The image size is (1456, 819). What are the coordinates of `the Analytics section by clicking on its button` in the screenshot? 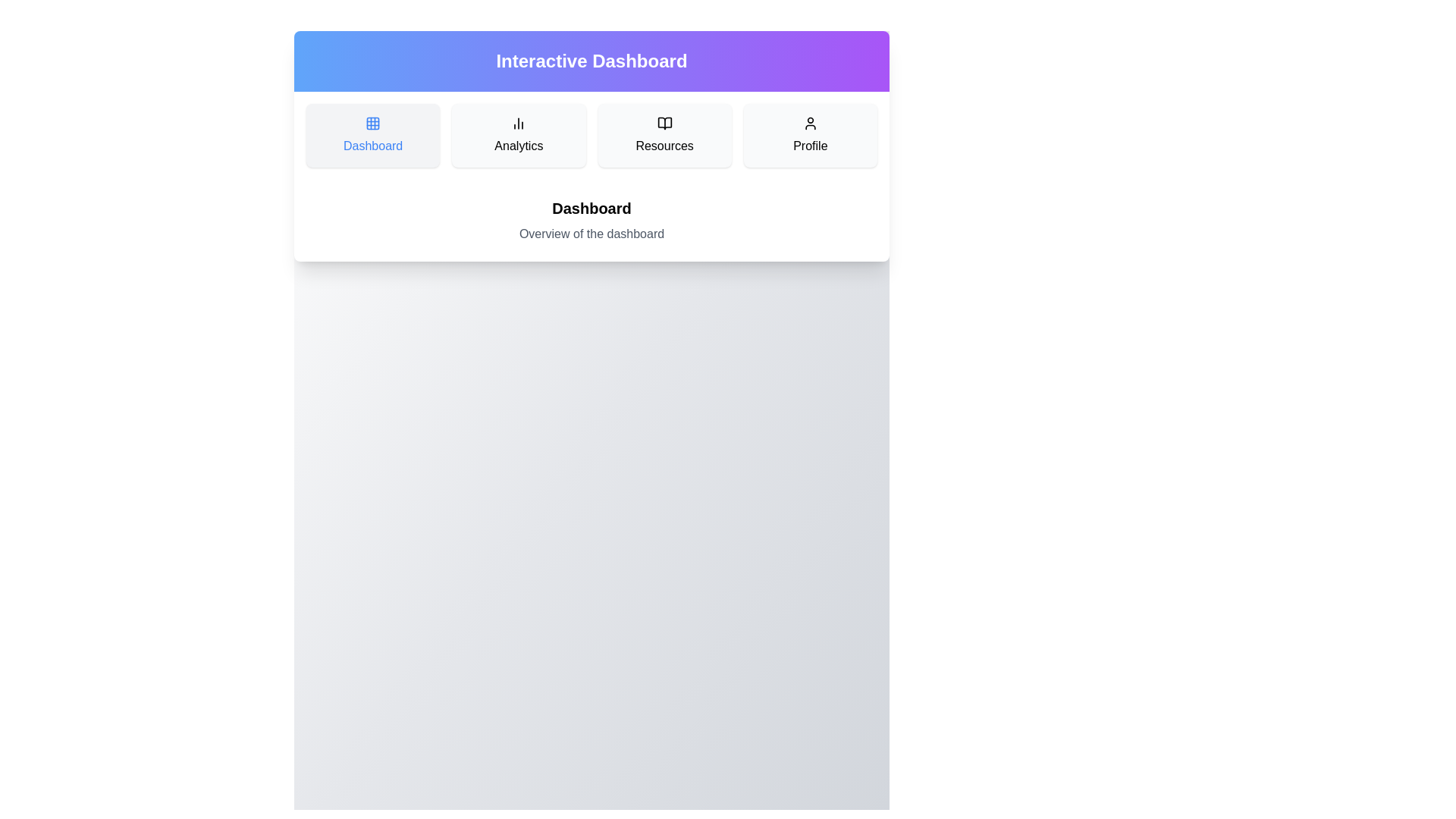 It's located at (519, 134).